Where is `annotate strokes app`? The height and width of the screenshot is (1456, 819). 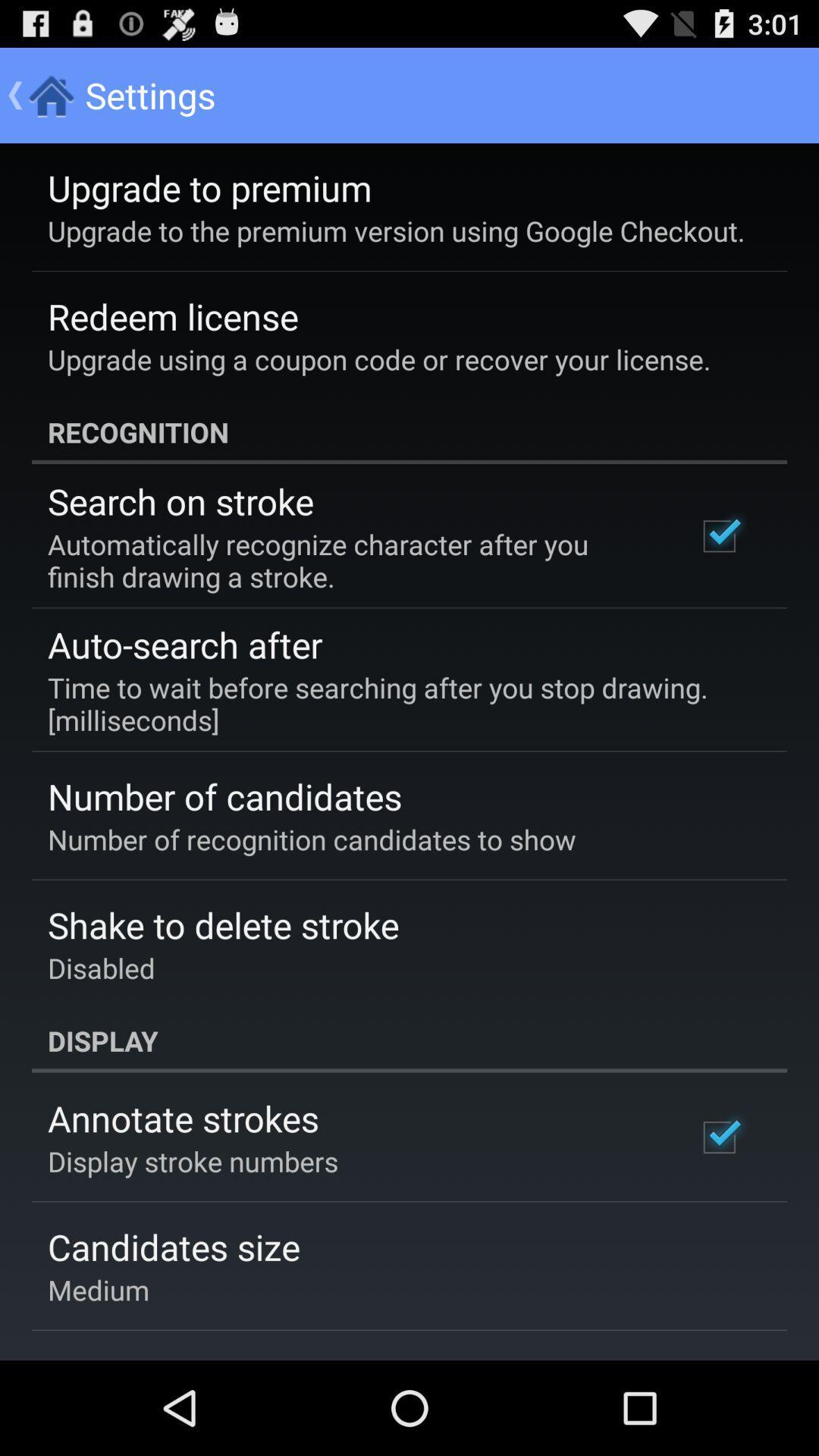 annotate strokes app is located at coordinates (182, 1118).